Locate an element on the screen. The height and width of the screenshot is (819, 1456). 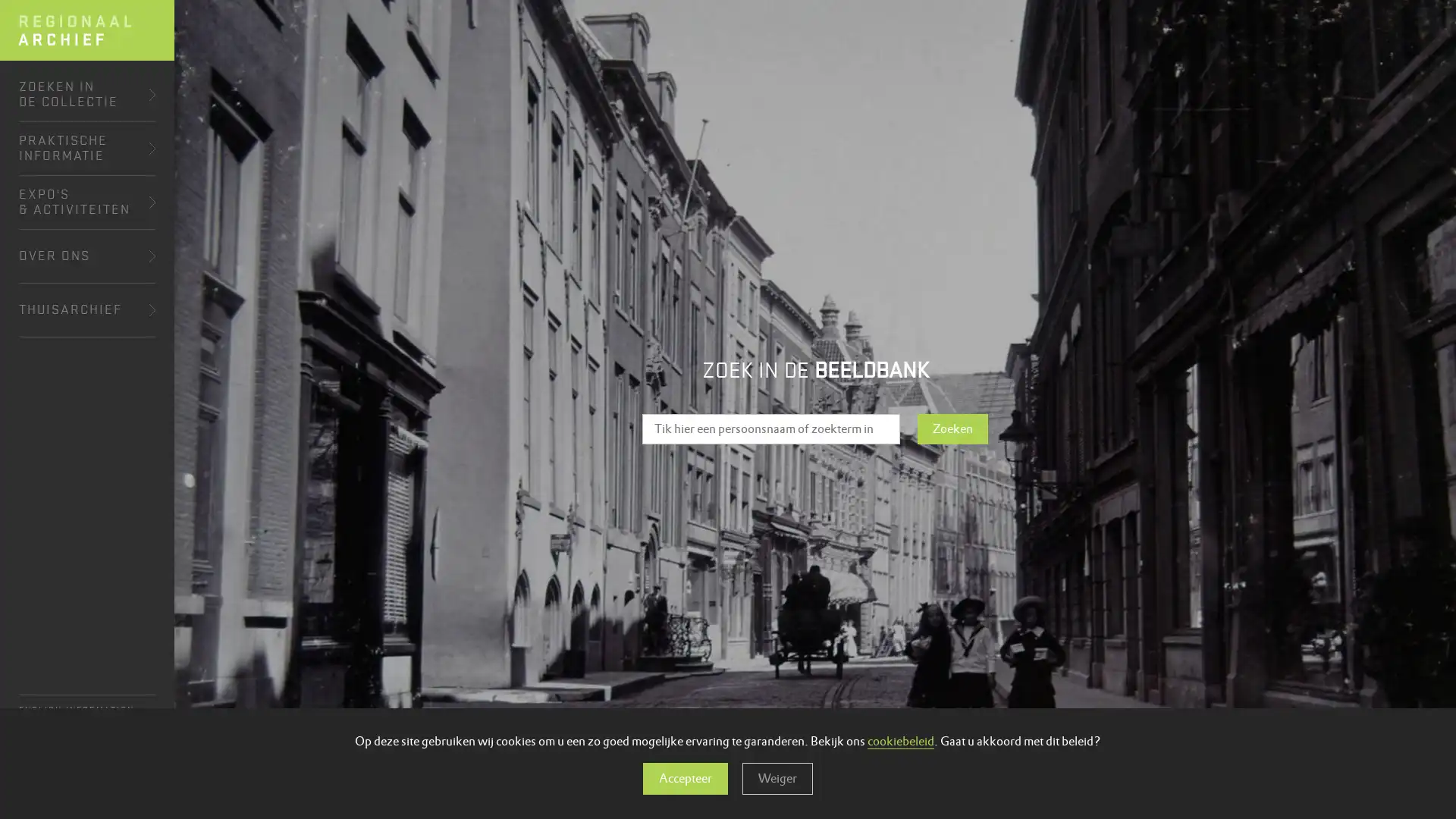
Weiger is located at coordinates (777, 778).